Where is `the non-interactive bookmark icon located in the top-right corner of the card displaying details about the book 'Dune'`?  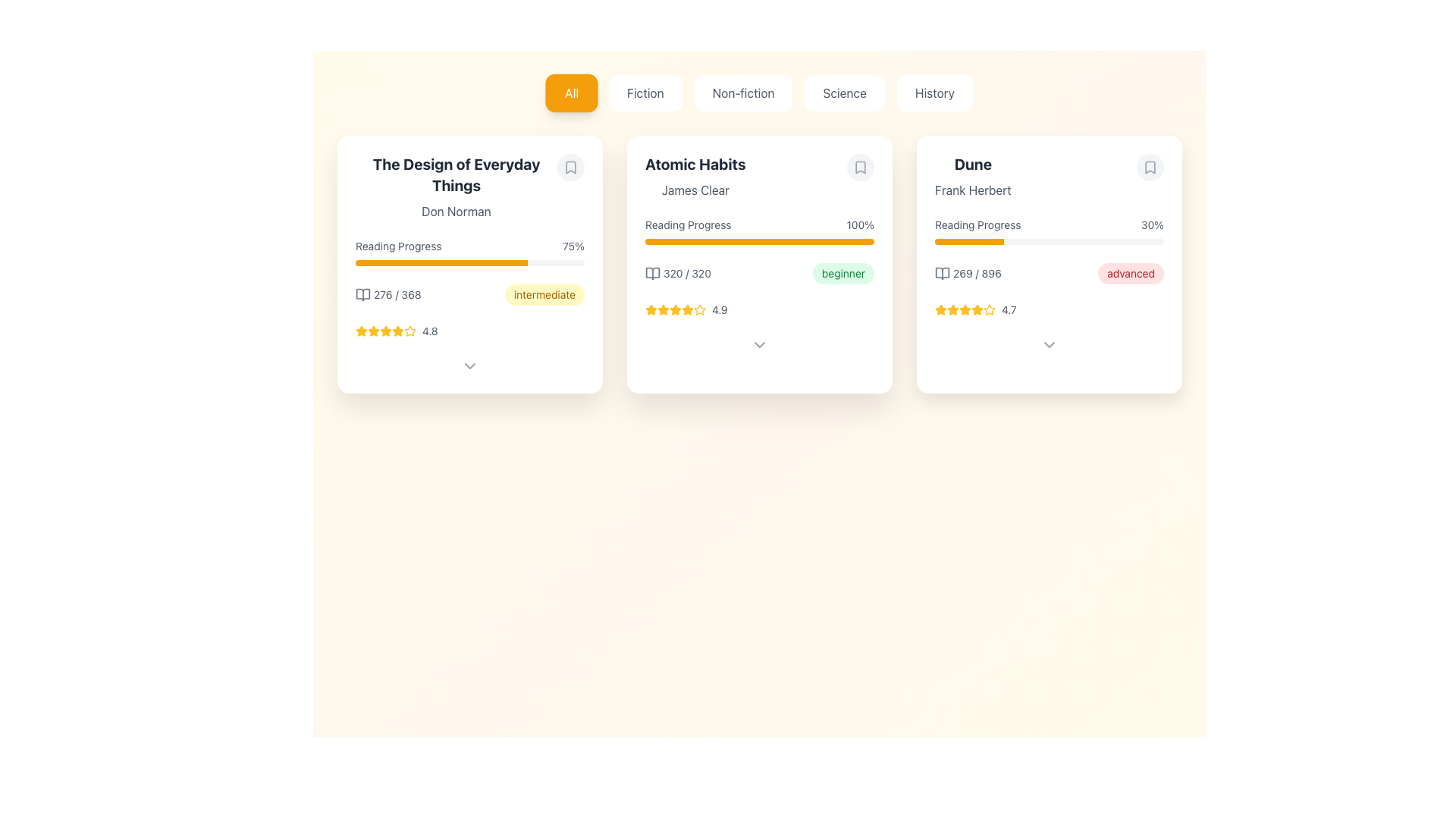
the non-interactive bookmark icon located in the top-right corner of the card displaying details about the book 'Dune' is located at coordinates (1150, 167).